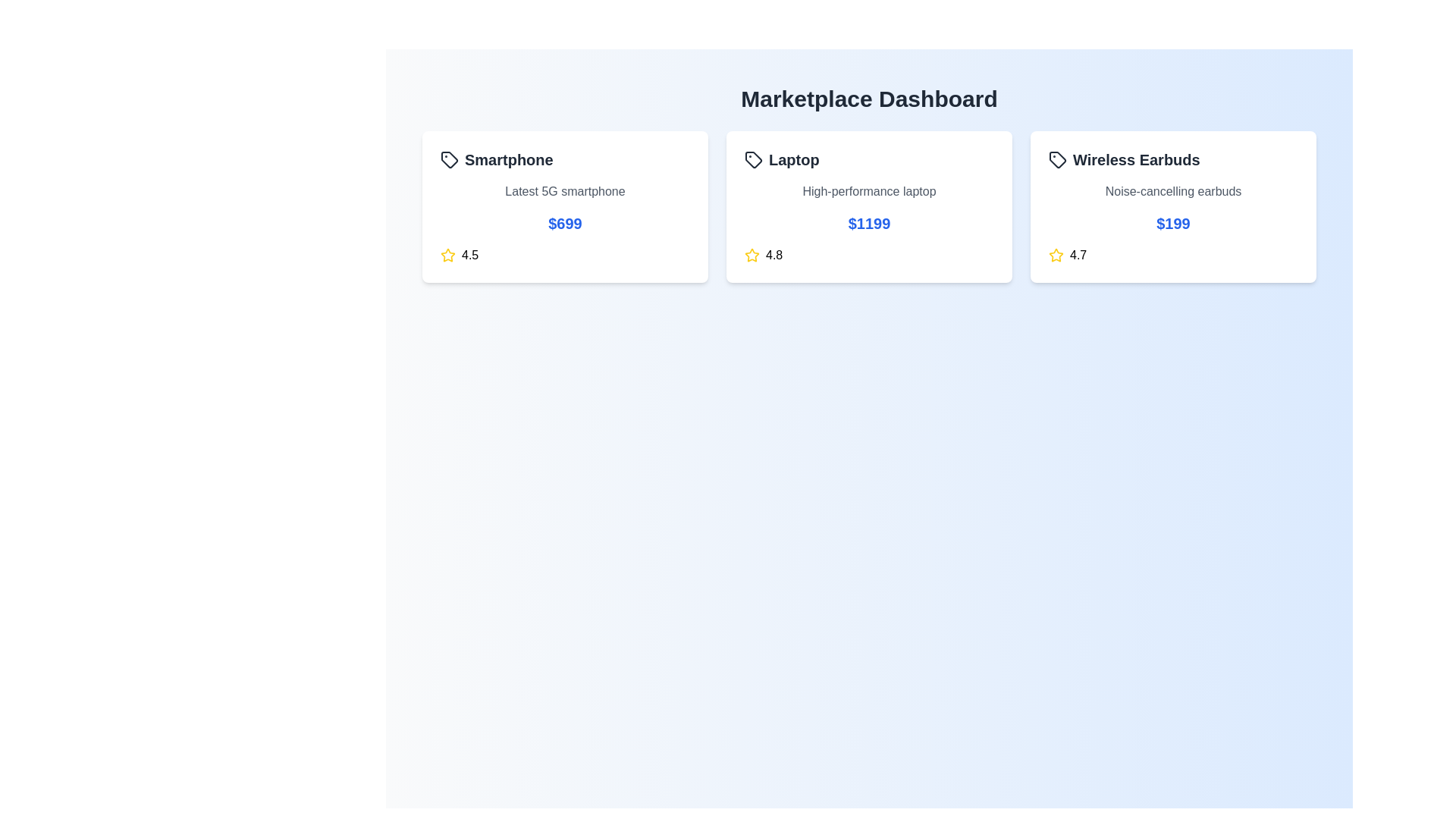  I want to click on the text label providing additional details for the 'Wireless Earbuds' located in the middle of the rightmost card in the Marketplace Dashboard, so click(1172, 191).